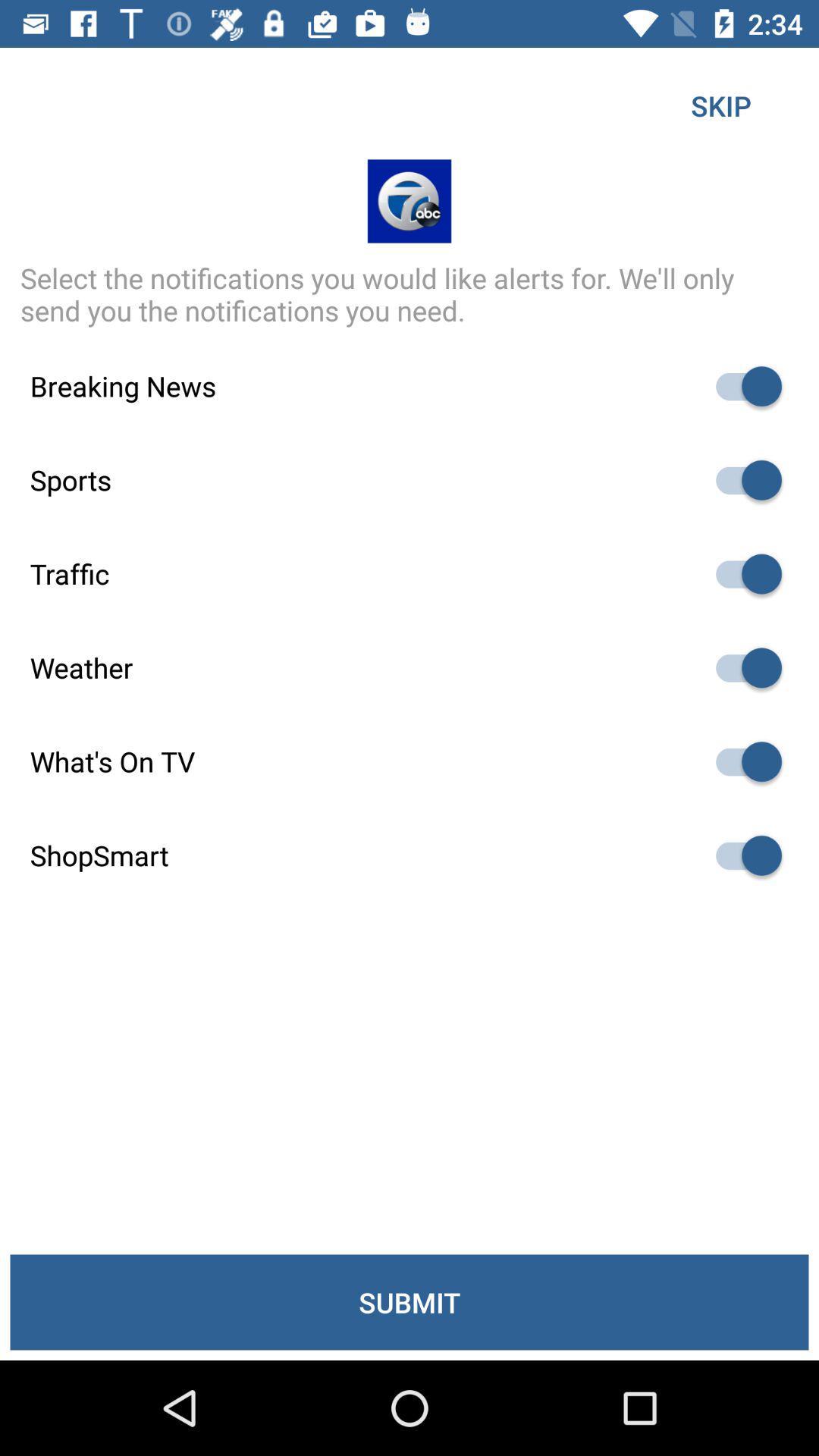 This screenshot has height=1456, width=819. Describe the element at coordinates (741, 573) in the screenshot. I see `traffic alerts` at that location.